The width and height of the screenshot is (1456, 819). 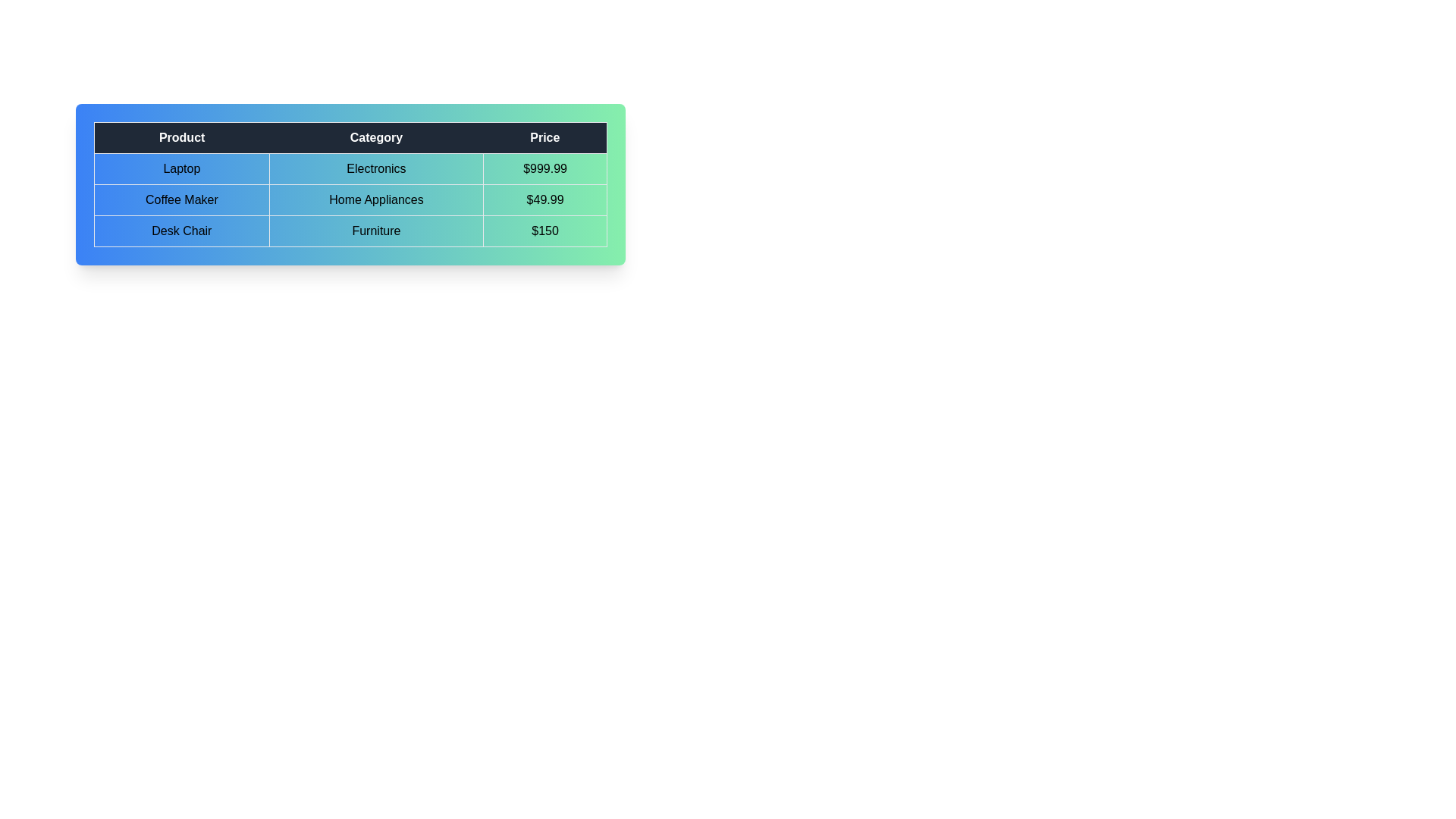 What do you see at coordinates (181, 231) in the screenshot?
I see `the static text label displaying the product's name 'Desk Chair', which is the first column entry in the table row` at bounding box center [181, 231].